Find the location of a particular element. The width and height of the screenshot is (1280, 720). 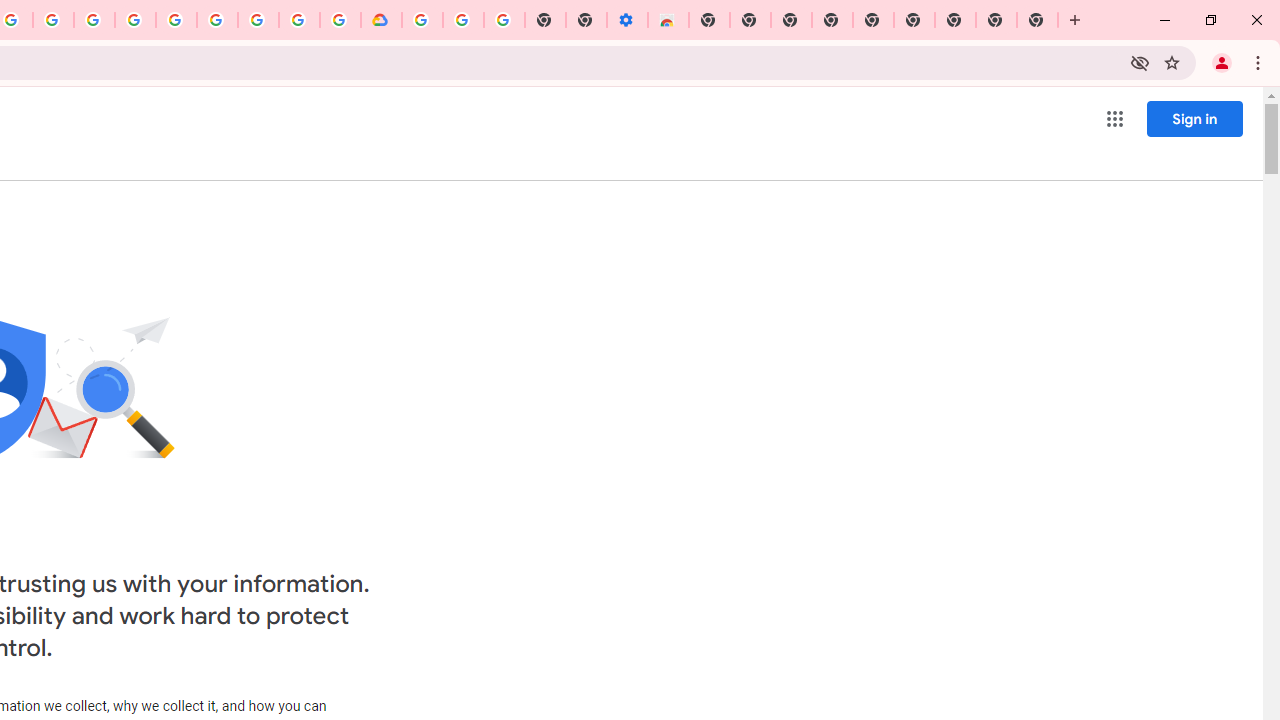

'New Tab' is located at coordinates (1038, 20).